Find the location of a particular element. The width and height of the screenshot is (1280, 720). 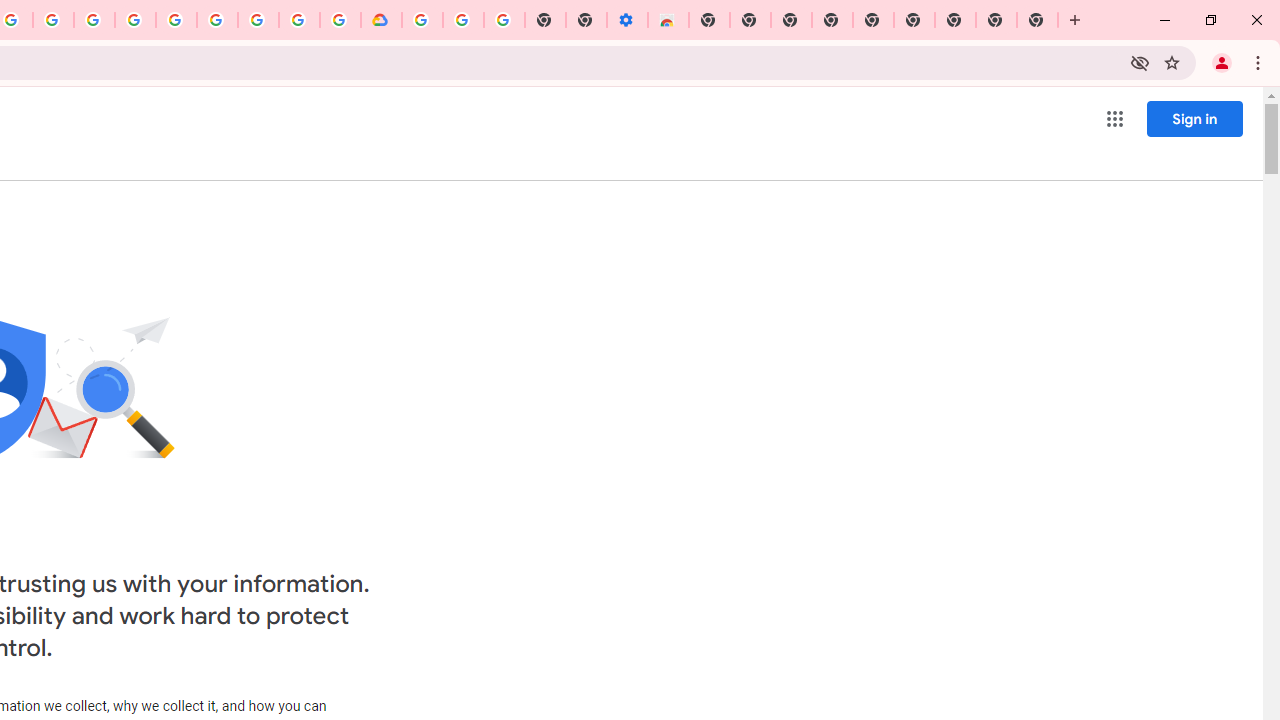

'New Tab' is located at coordinates (1038, 20).